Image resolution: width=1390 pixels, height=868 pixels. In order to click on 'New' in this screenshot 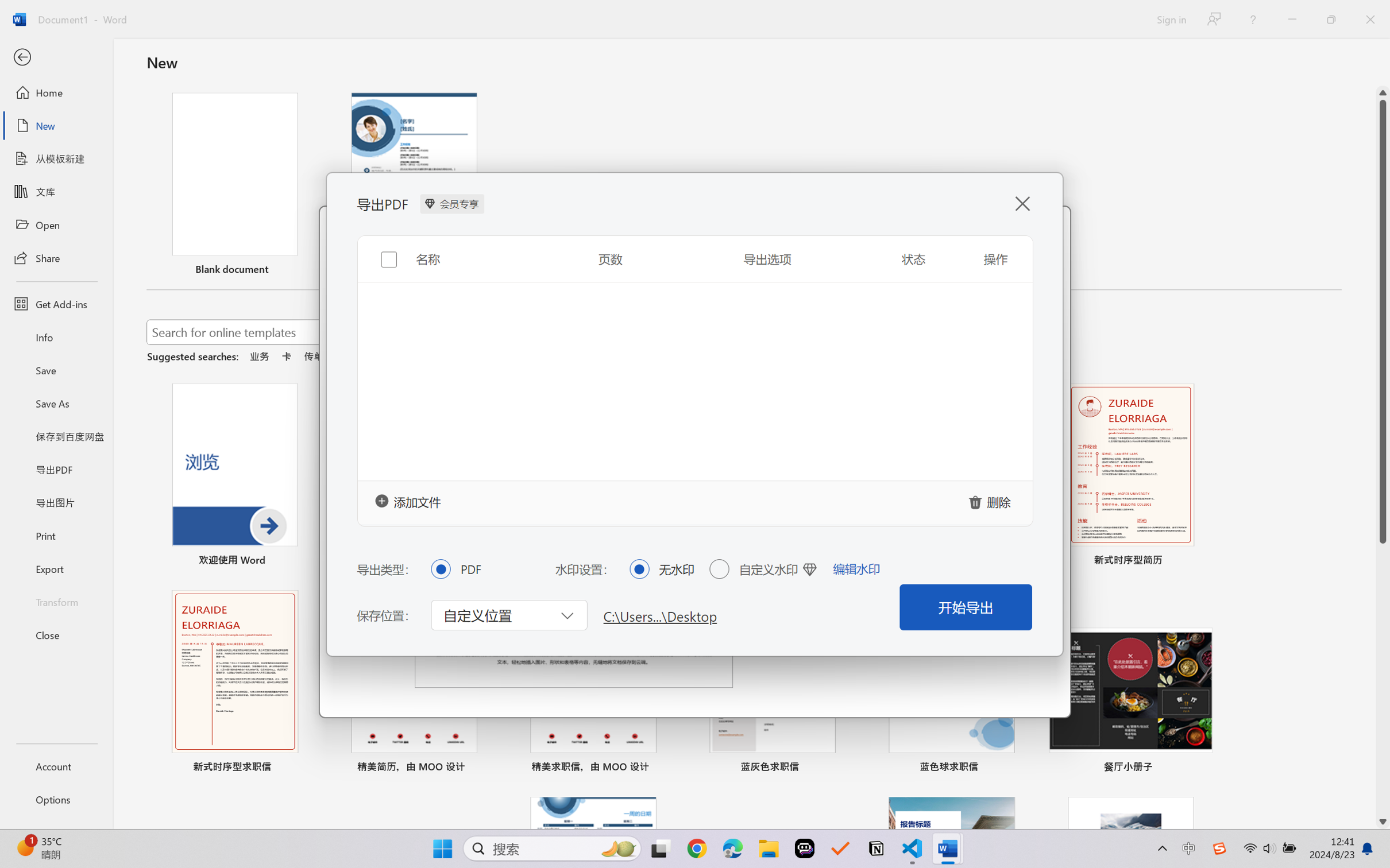, I will do `click(56, 125)`.